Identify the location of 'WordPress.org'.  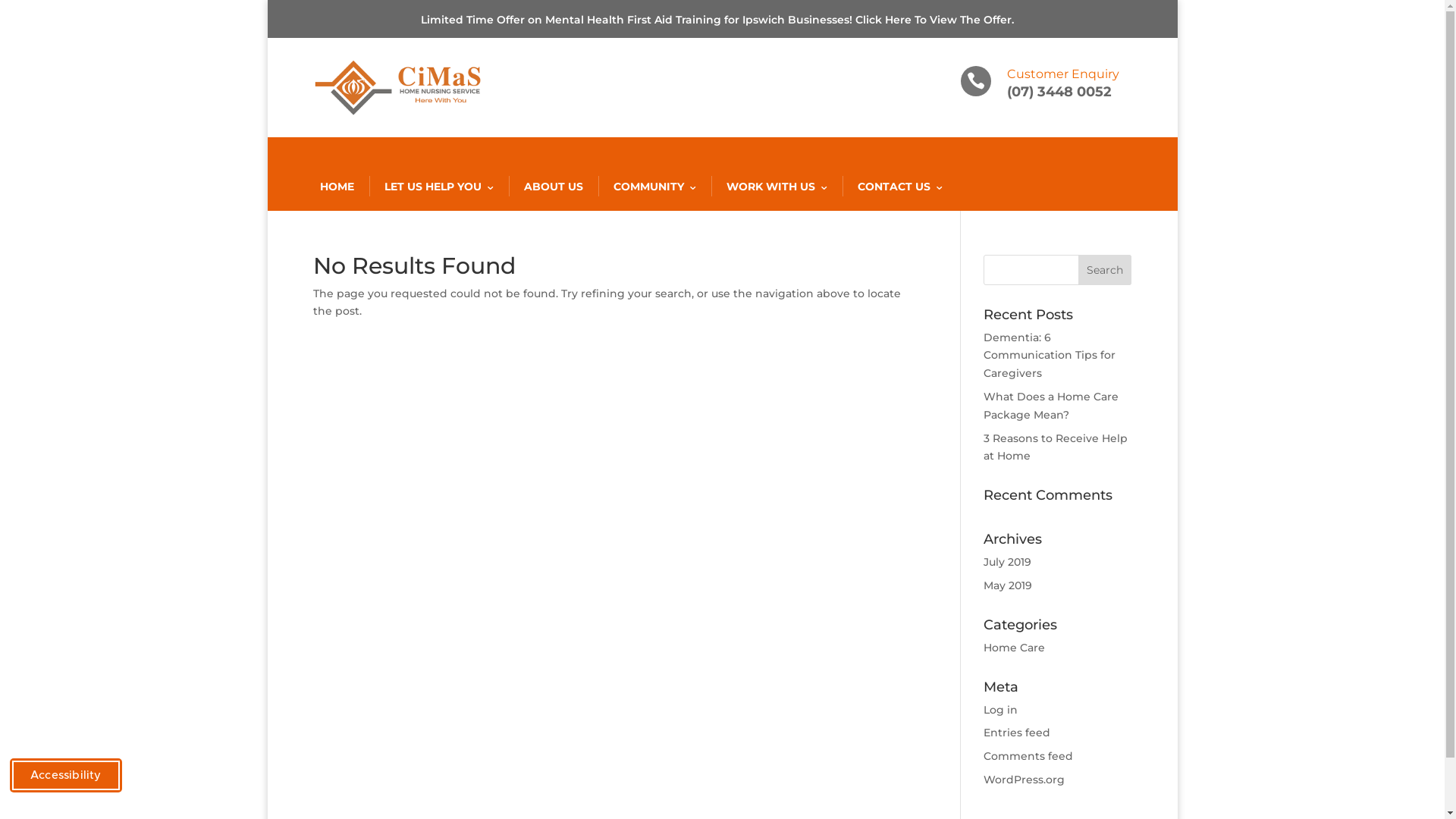
(1024, 780).